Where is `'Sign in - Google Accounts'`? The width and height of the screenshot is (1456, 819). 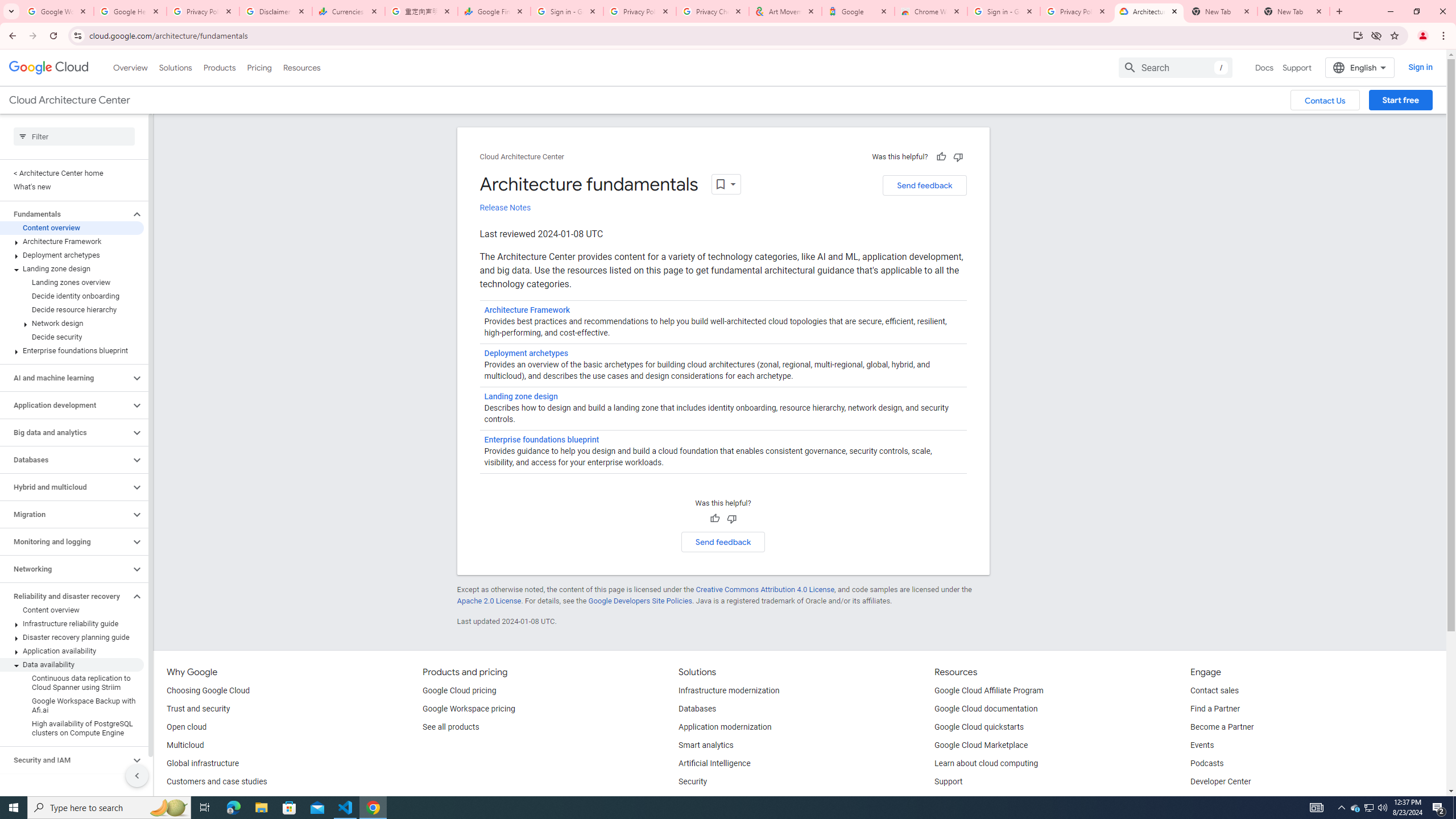 'Sign in - Google Accounts' is located at coordinates (1004, 11).